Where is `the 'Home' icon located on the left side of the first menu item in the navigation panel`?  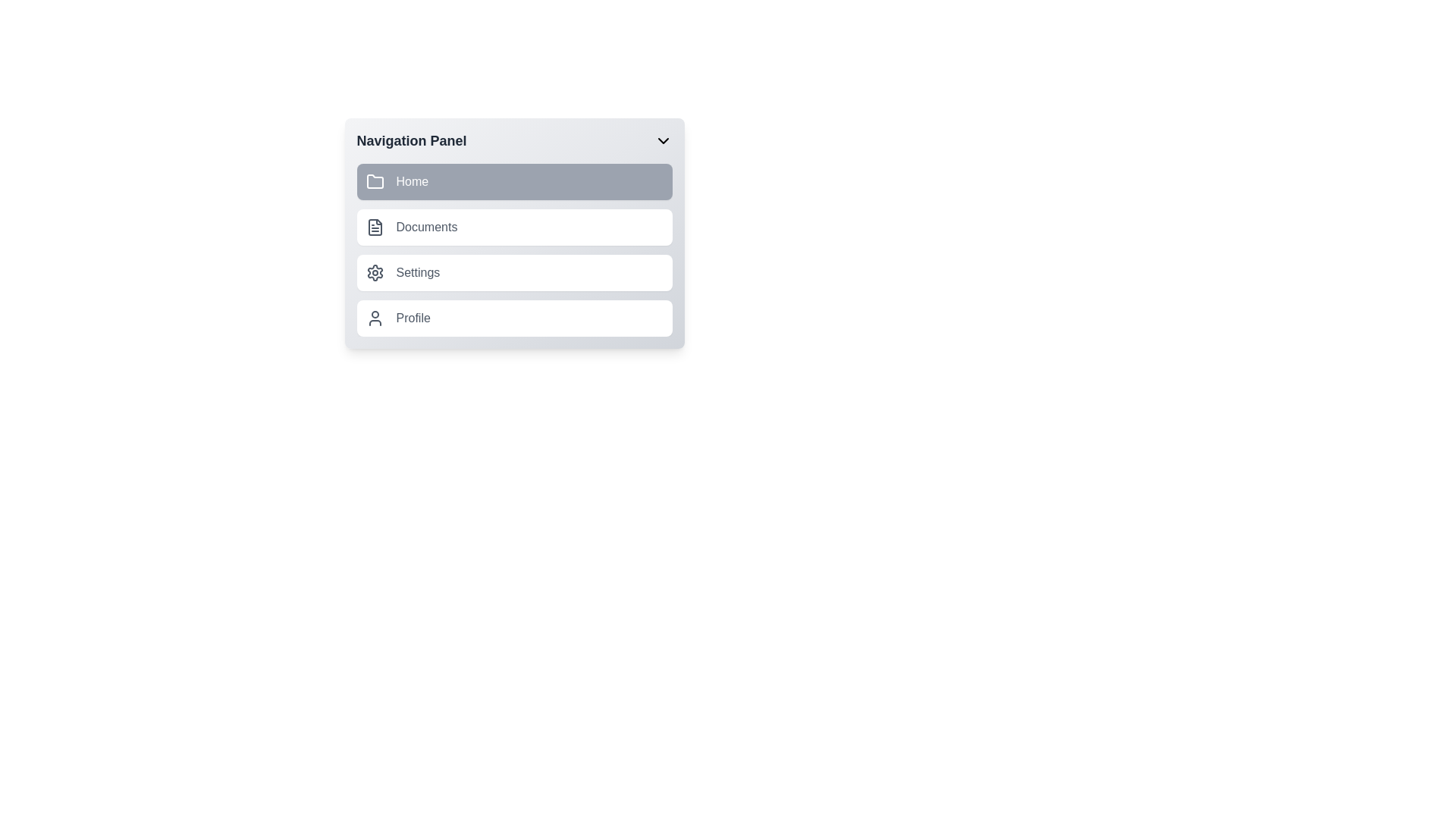 the 'Home' icon located on the left side of the first menu item in the navigation panel is located at coordinates (375, 180).